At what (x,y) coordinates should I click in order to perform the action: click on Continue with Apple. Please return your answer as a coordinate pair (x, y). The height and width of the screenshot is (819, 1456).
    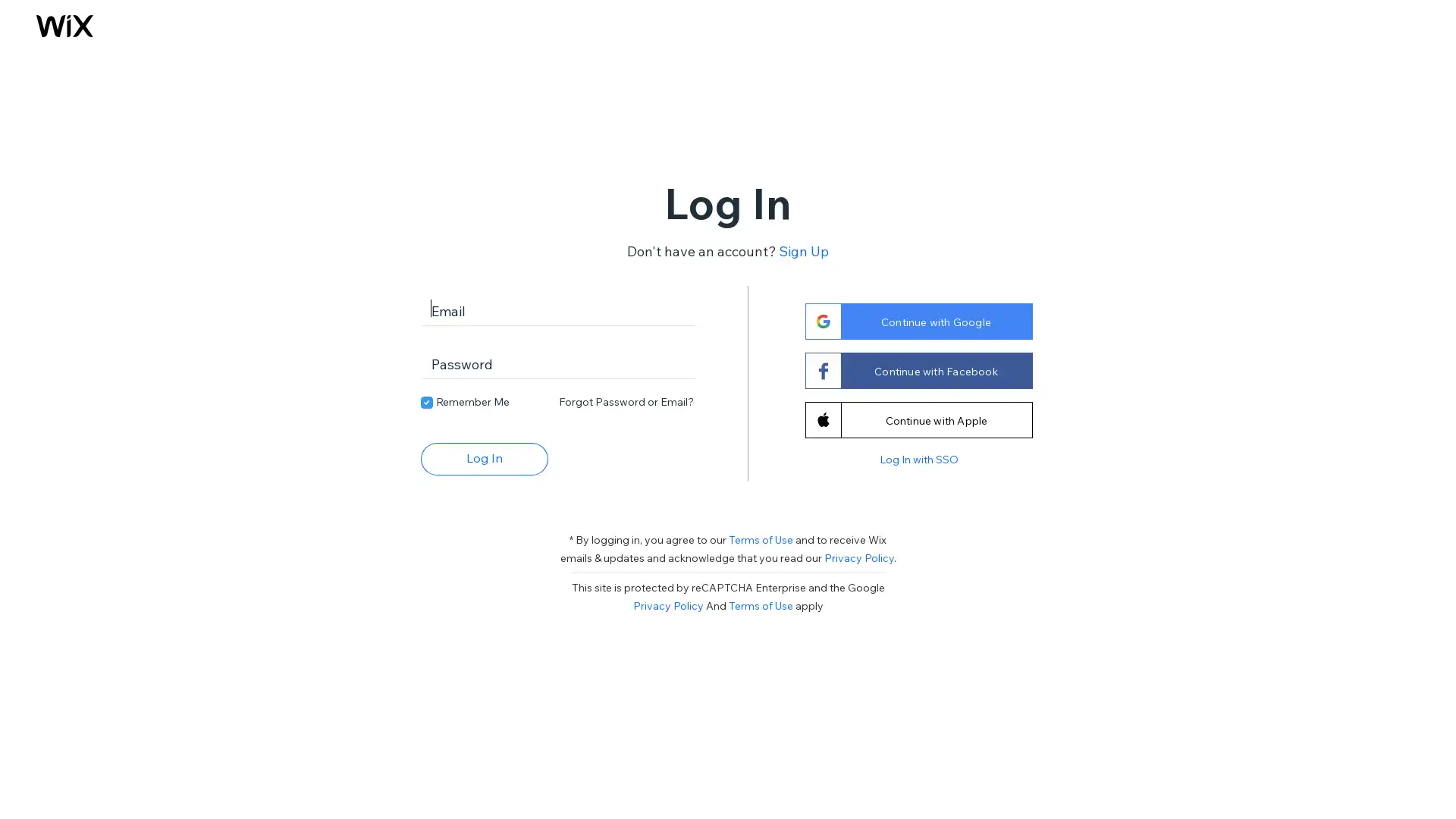
    Looking at the image, I should click on (917, 419).